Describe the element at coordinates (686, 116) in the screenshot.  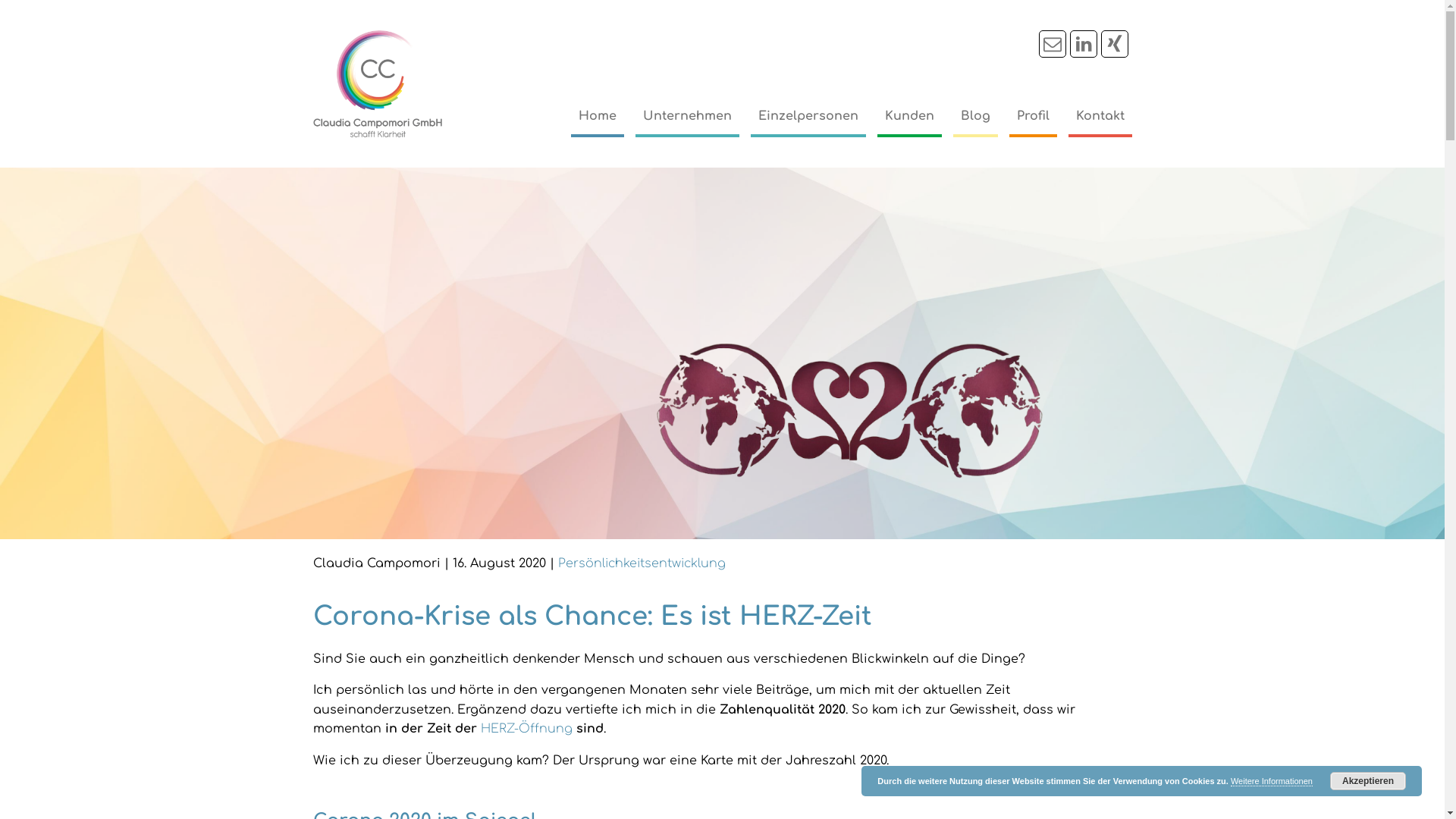
I see `'Unternehmen'` at that location.